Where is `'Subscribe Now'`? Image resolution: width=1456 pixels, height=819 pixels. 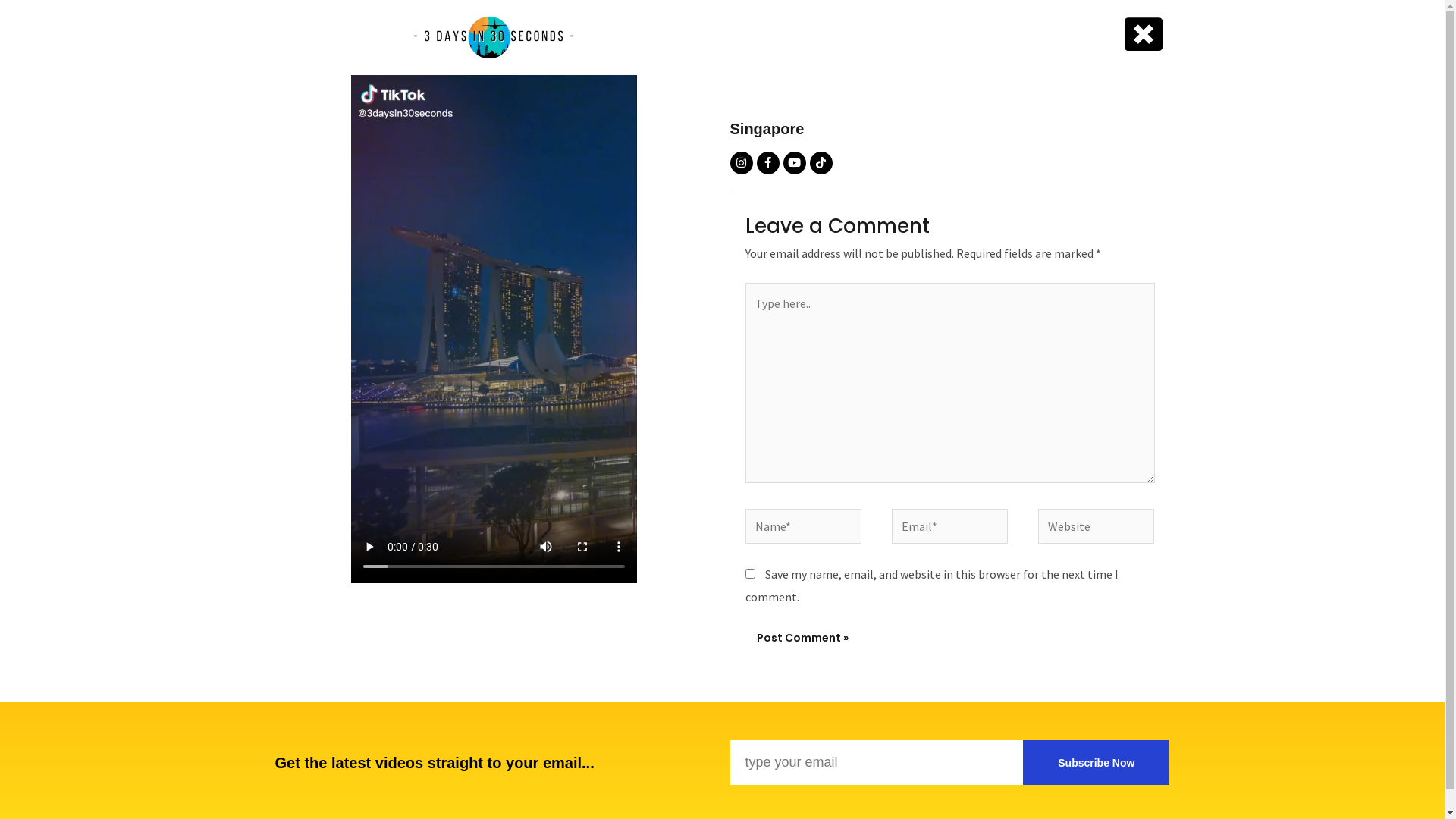 'Subscribe Now' is located at coordinates (1096, 762).